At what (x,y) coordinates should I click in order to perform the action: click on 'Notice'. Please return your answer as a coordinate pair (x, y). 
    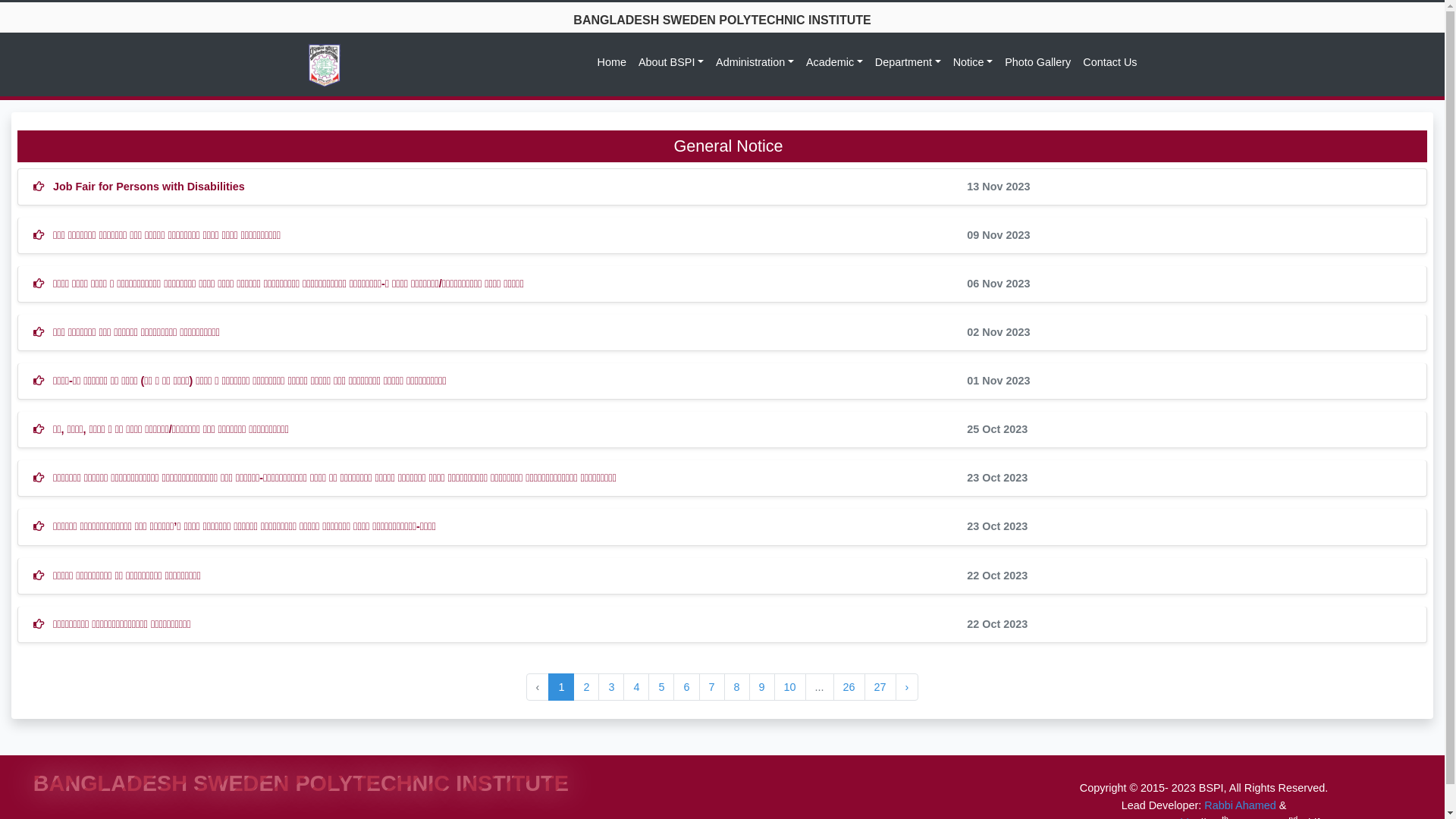
    Looking at the image, I should click on (972, 61).